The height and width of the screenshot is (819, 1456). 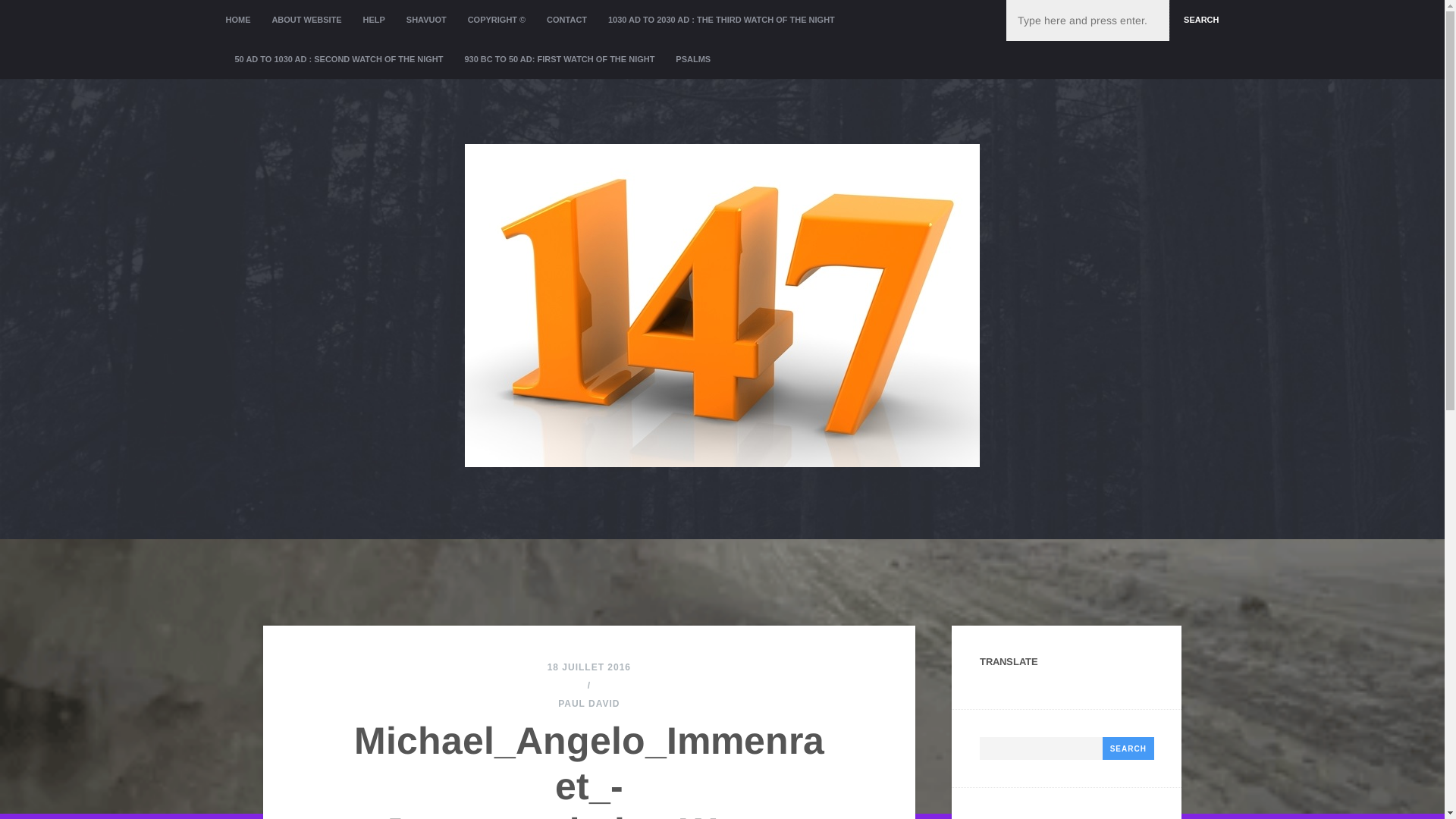 I want to click on 'CONTACT', so click(x=566, y=20).